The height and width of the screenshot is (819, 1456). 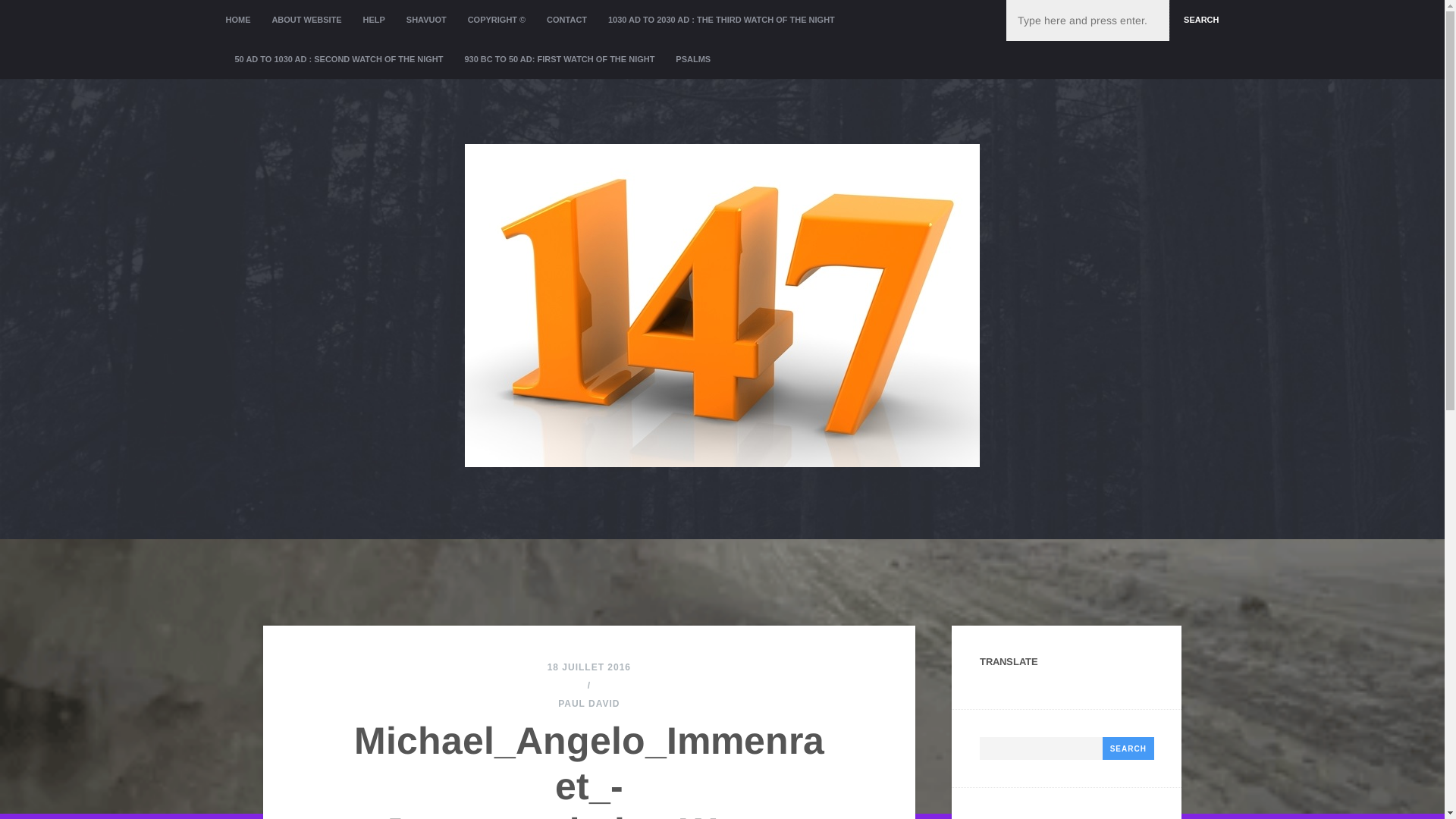 I want to click on 'CONTACT', so click(x=566, y=20).